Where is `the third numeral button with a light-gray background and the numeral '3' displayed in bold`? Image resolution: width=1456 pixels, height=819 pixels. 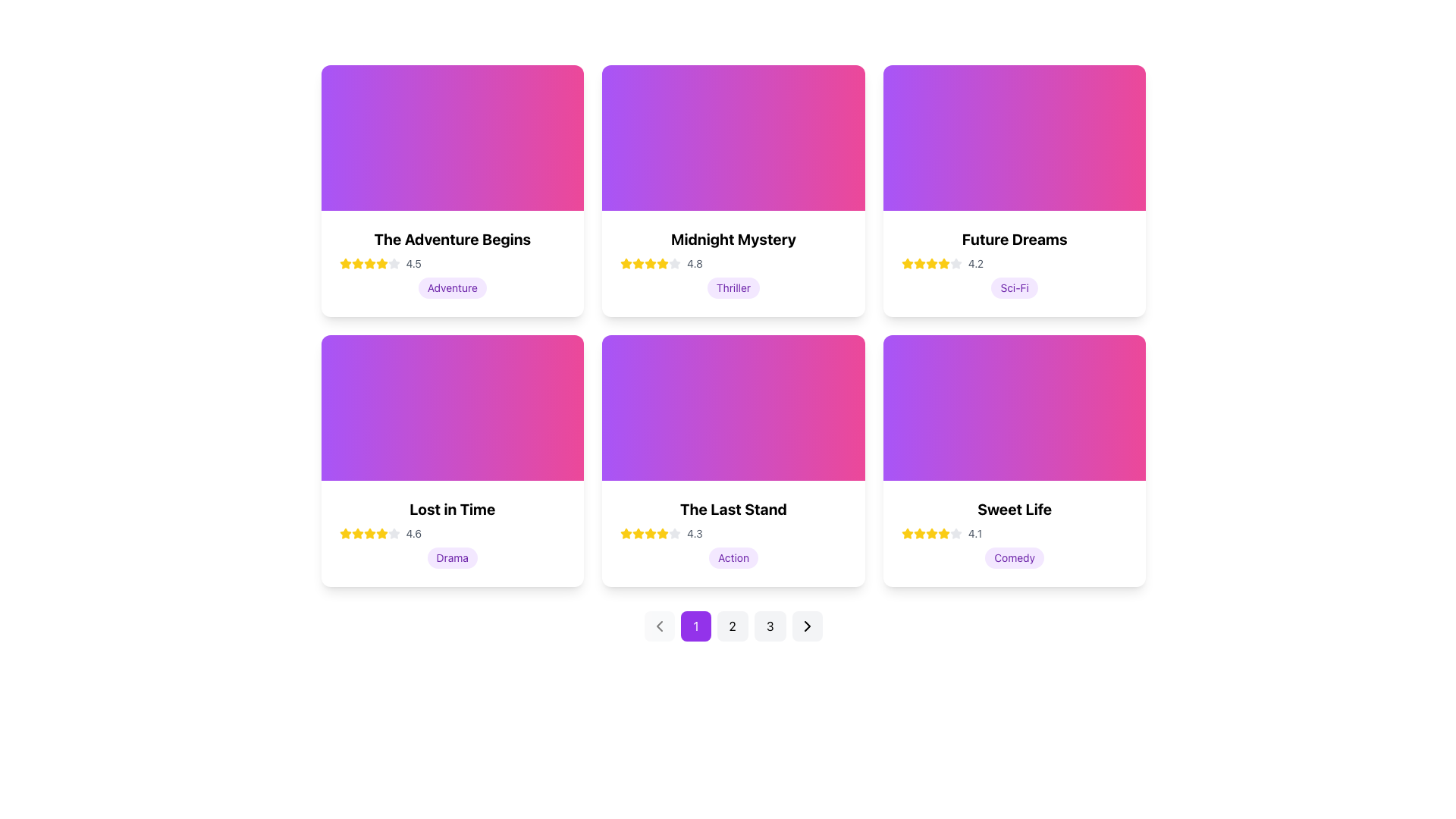
the third numeral button with a light-gray background and the numeral '3' displayed in bold is located at coordinates (770, 626).